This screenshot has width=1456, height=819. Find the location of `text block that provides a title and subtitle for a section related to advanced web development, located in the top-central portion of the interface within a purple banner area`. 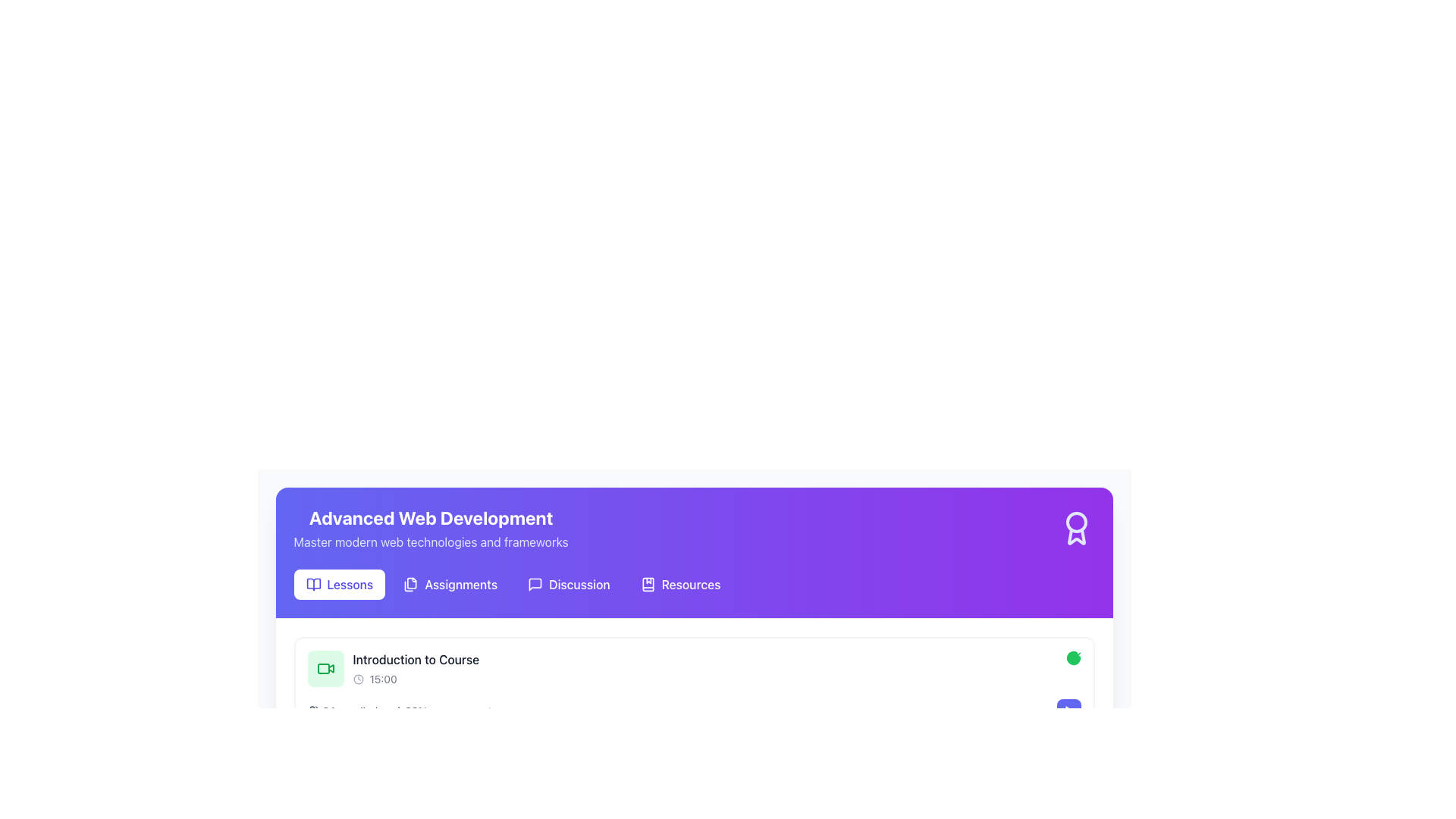

text block that provides a title and subtitle for a section related to advanced web development, located in the top-central portion of the interface within a purple banner area is located at coordinates (430, 528).